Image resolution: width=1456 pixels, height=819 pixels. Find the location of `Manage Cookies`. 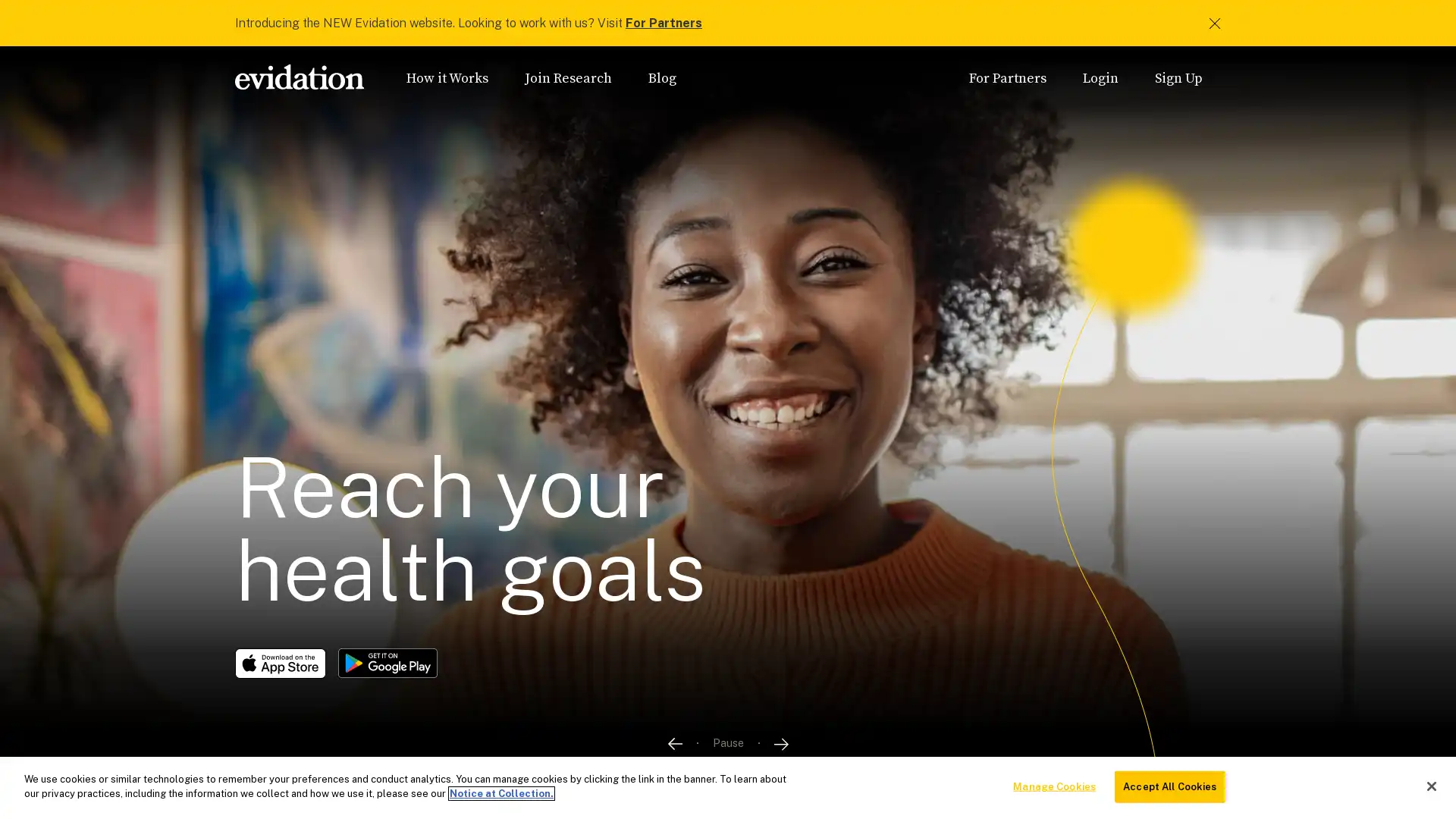

Manage Cookies is located at coordinates (1053, 786).